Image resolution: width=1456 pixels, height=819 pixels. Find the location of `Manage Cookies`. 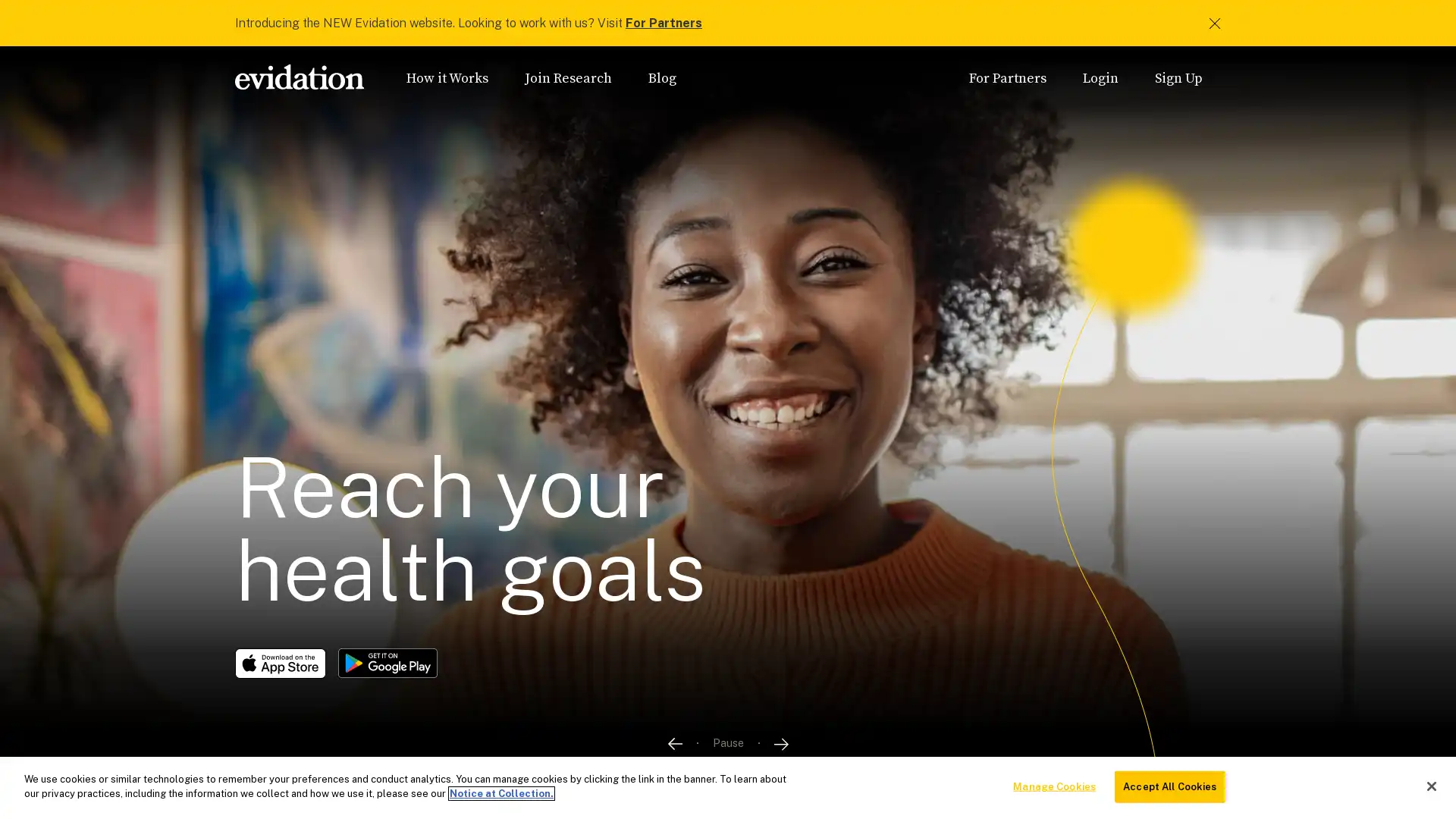

Manage Cookies is located at coordinates (1053, 786).